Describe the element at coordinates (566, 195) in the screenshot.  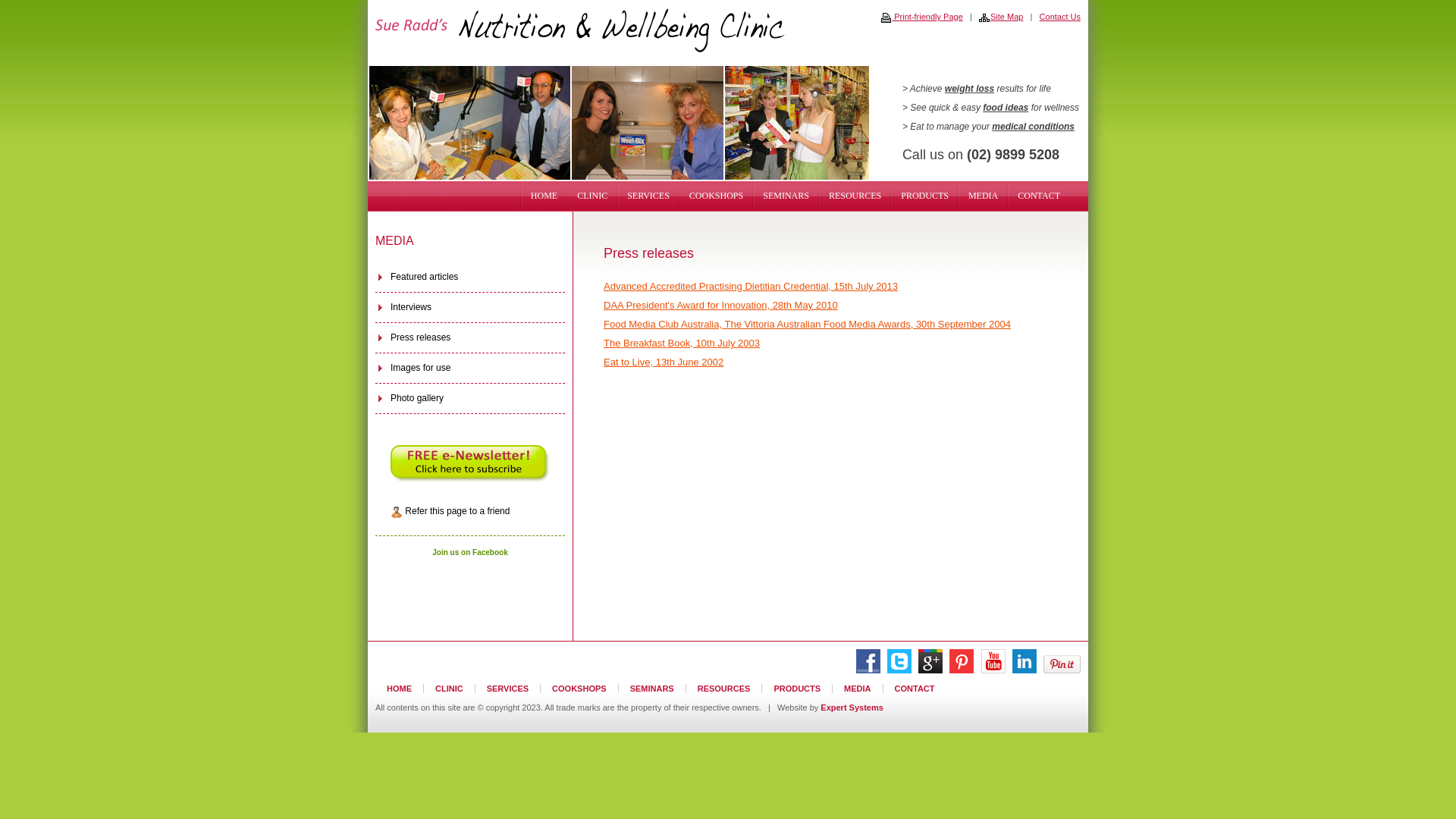
I see `'CLINIC'` at that location.